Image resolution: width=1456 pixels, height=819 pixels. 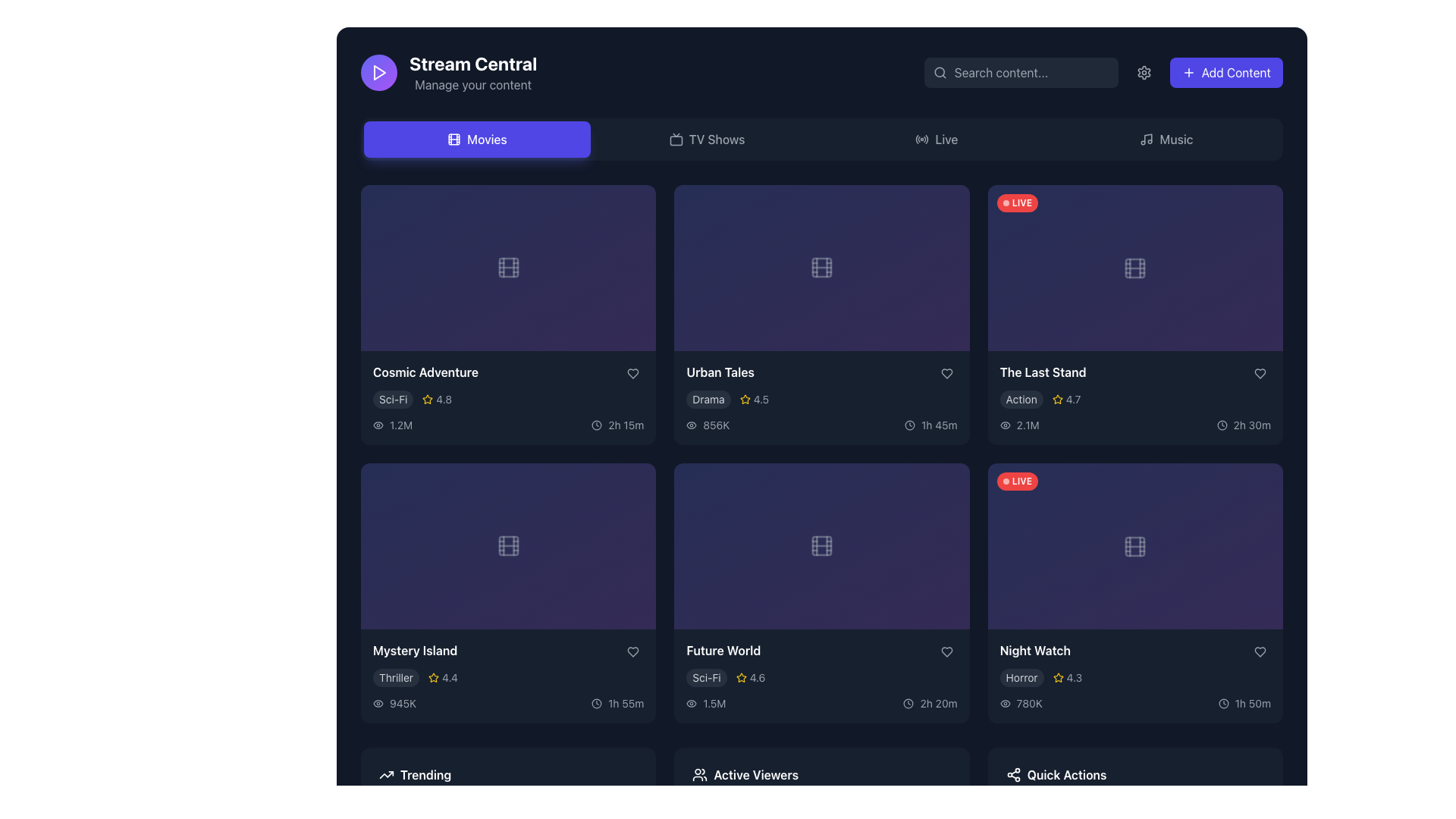 I want to click on the numeric text '945K' displayed in gray, which is styled with a sans-serif typeface and located in the lower-left section of the 'Mystery Island' movie card, to the right of the eye icon, so click(x=403, y=703).